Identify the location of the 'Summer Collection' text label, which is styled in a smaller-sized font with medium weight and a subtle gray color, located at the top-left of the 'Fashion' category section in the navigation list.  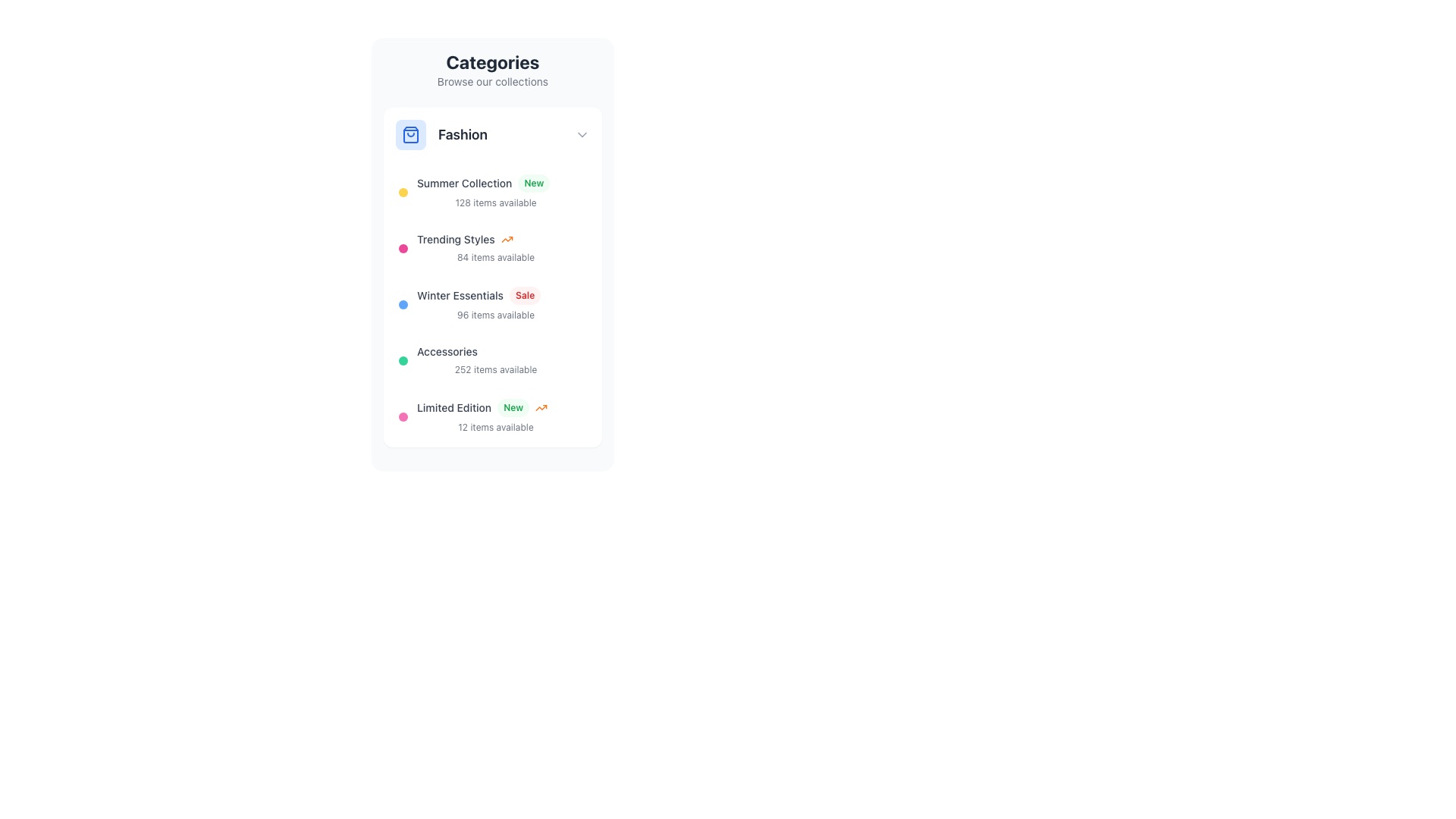
(463, 183).